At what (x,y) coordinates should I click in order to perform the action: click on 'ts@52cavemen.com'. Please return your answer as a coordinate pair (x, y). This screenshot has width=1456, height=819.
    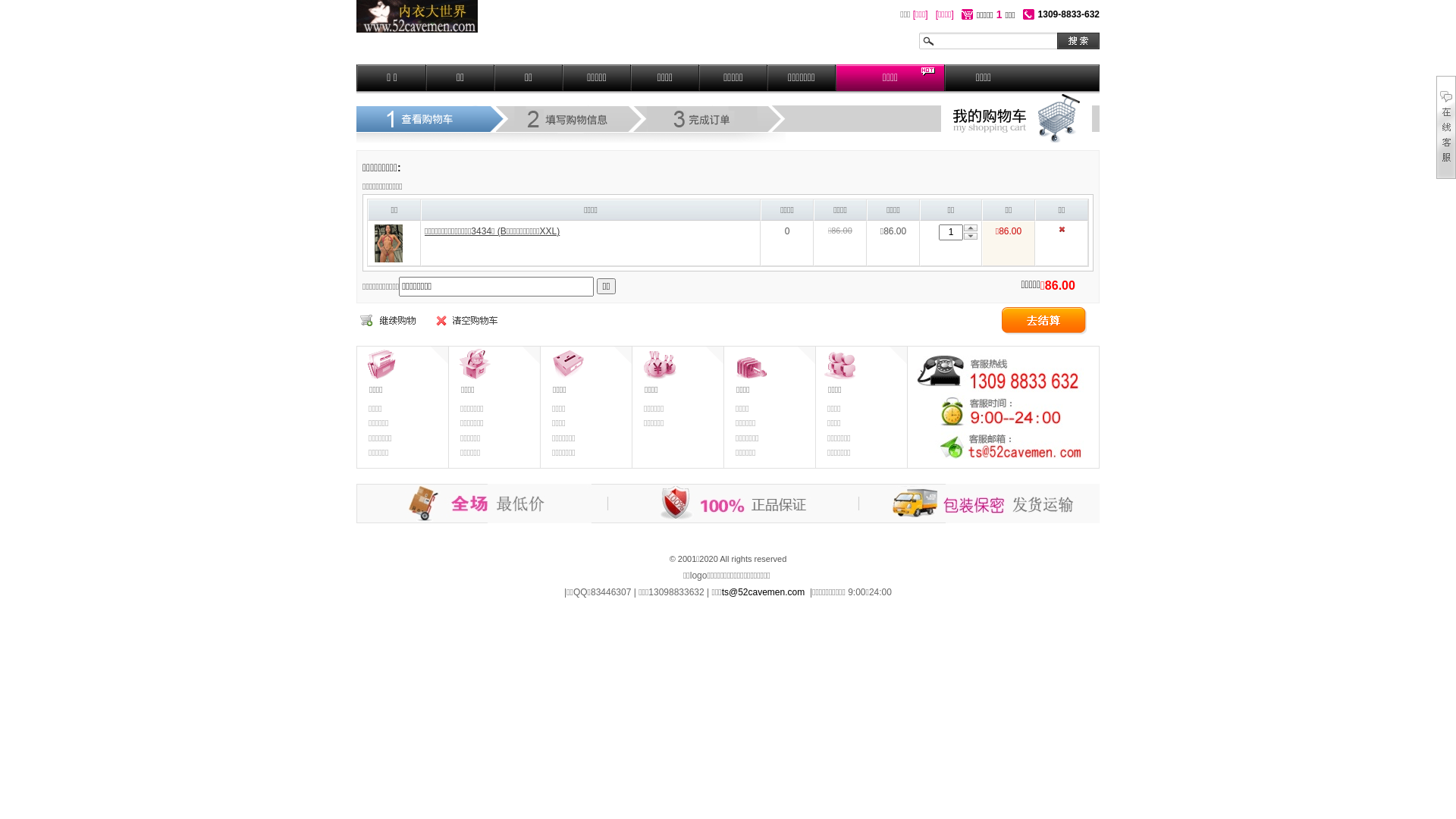
    Looking at the image, I should click on (764, 591).